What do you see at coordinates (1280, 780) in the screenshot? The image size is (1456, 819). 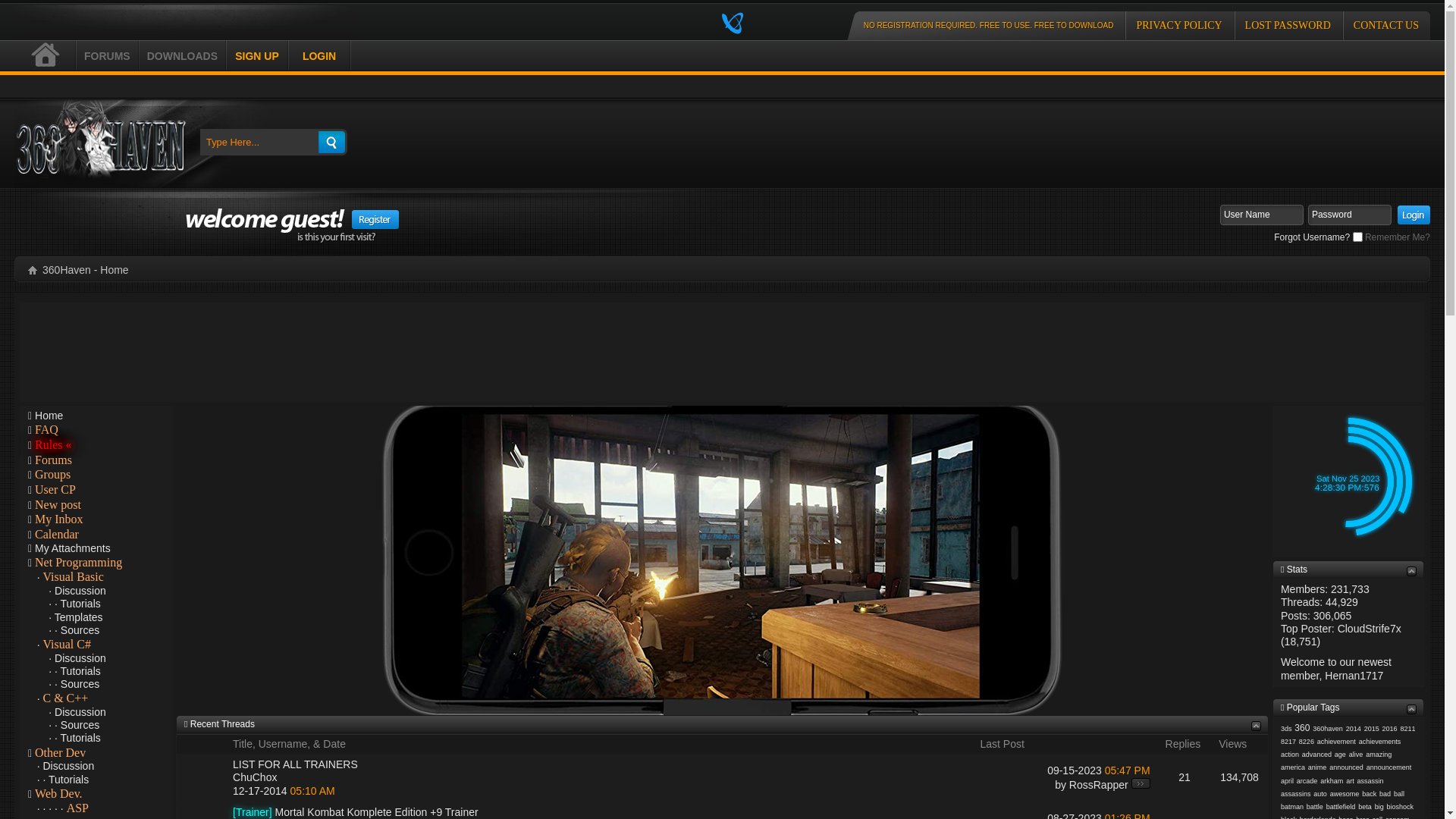 I see `'april'` at bounding box center [1280, 780].